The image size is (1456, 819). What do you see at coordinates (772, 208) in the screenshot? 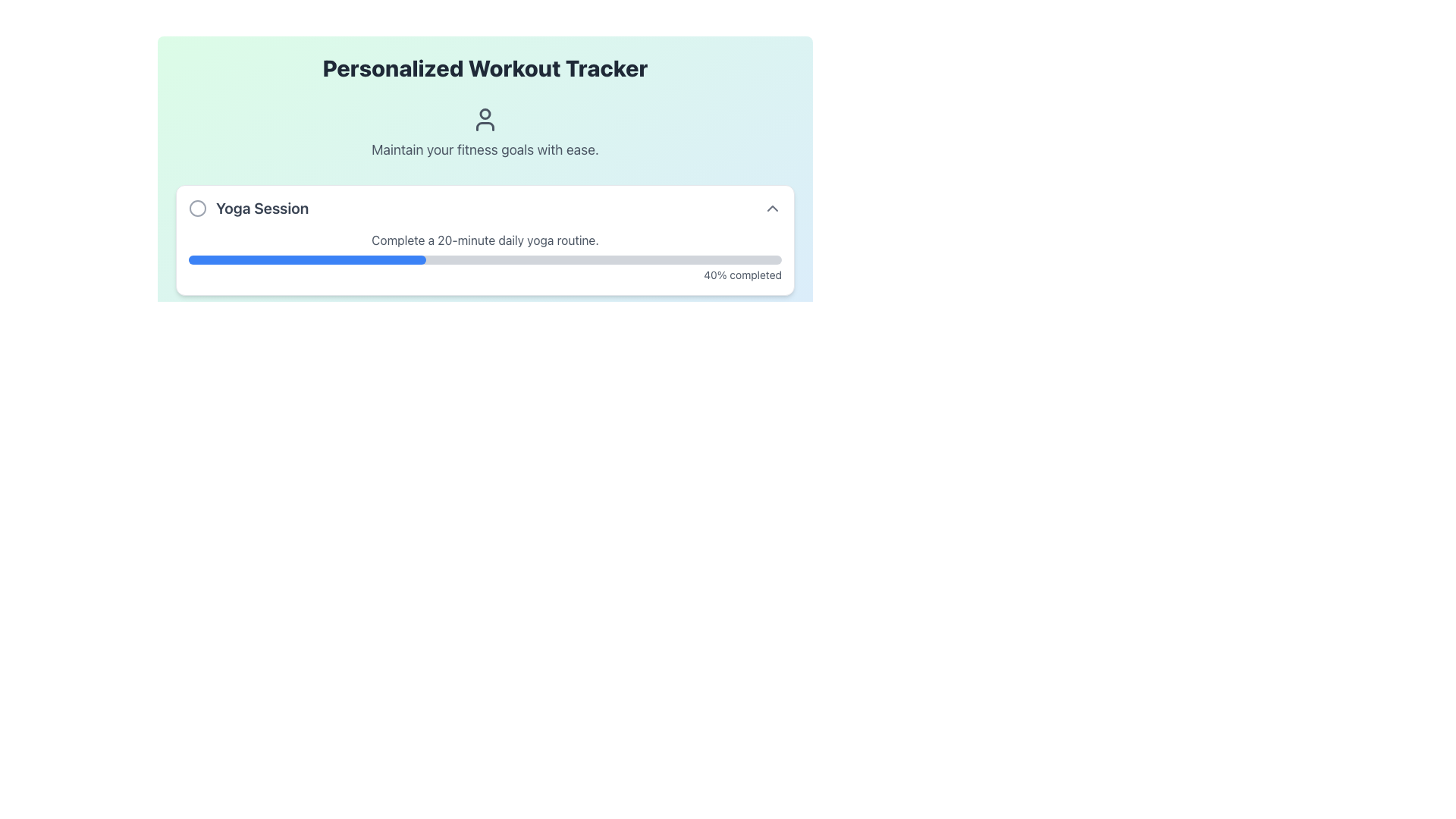
I see `the gray chevron up icon located at the far right of the 'Yoga Session' list item` at bounding box center [772, 208].